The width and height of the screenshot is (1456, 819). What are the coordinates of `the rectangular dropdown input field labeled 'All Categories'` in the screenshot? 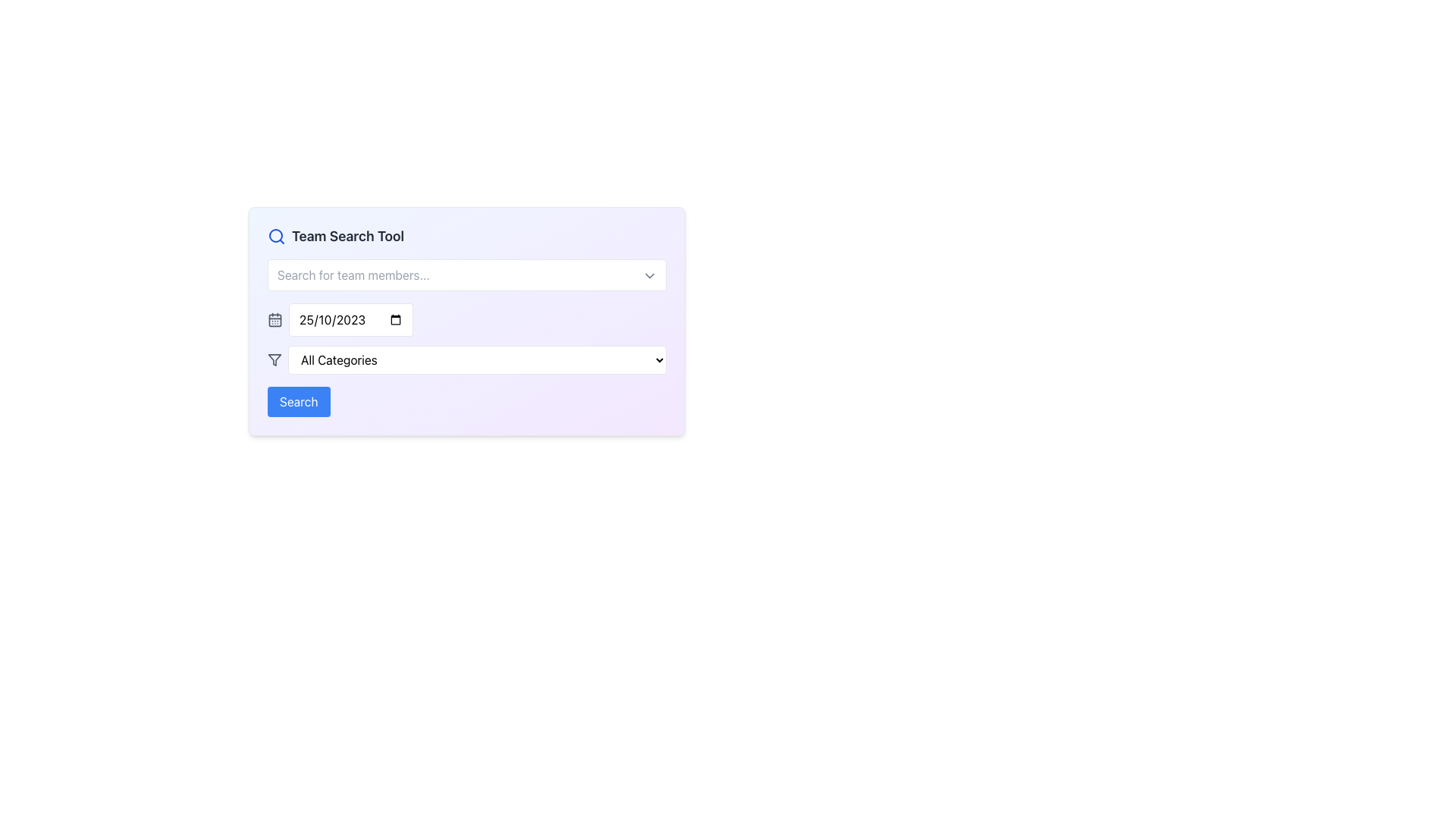 It's located at (466, 359).